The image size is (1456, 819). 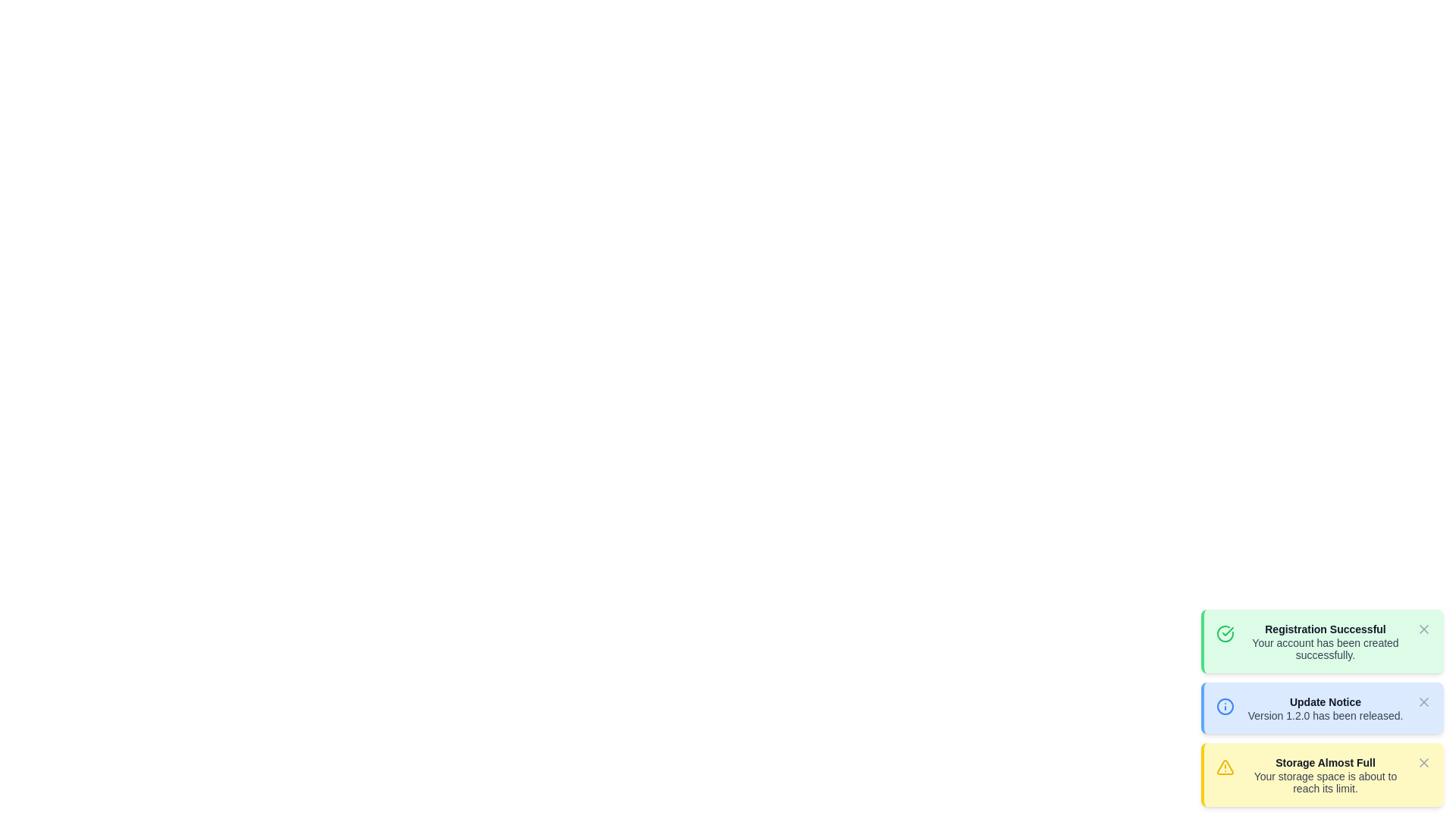 I want to click on the small 'X' icon button in the yellow notification box labeled 'Storage Almost Full', so click(x=1423, y=763).